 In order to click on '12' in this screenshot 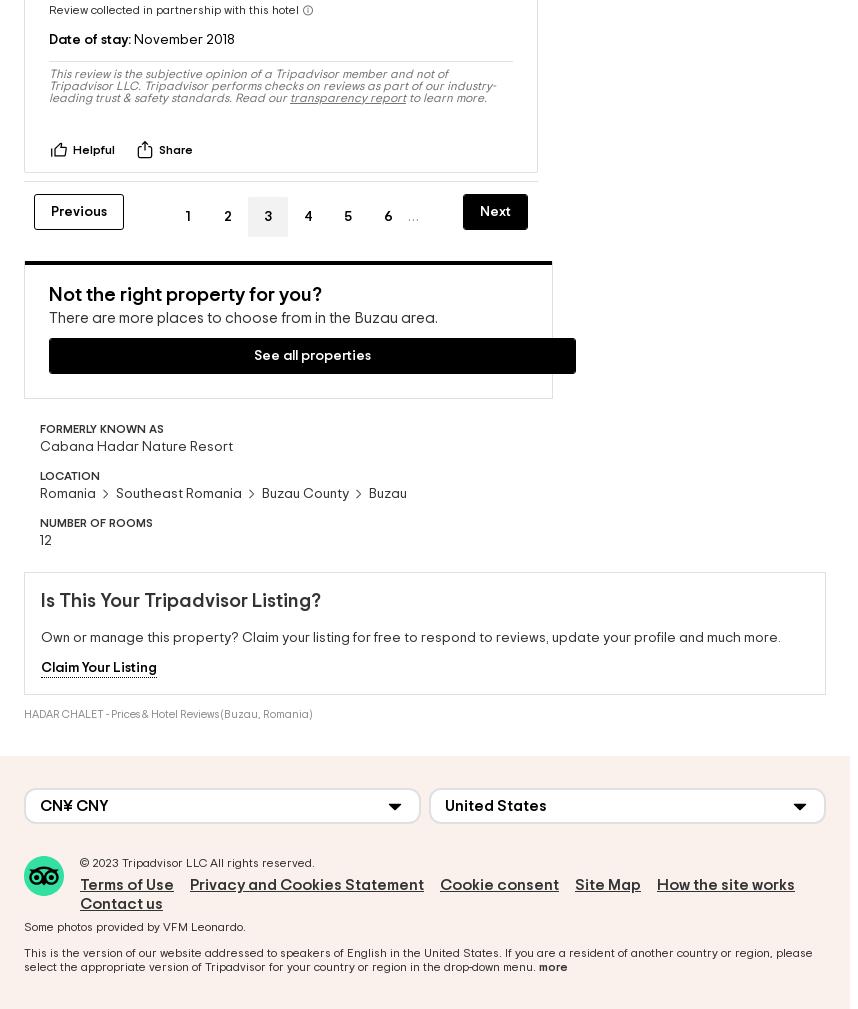, I will do `click(44, 534)`.